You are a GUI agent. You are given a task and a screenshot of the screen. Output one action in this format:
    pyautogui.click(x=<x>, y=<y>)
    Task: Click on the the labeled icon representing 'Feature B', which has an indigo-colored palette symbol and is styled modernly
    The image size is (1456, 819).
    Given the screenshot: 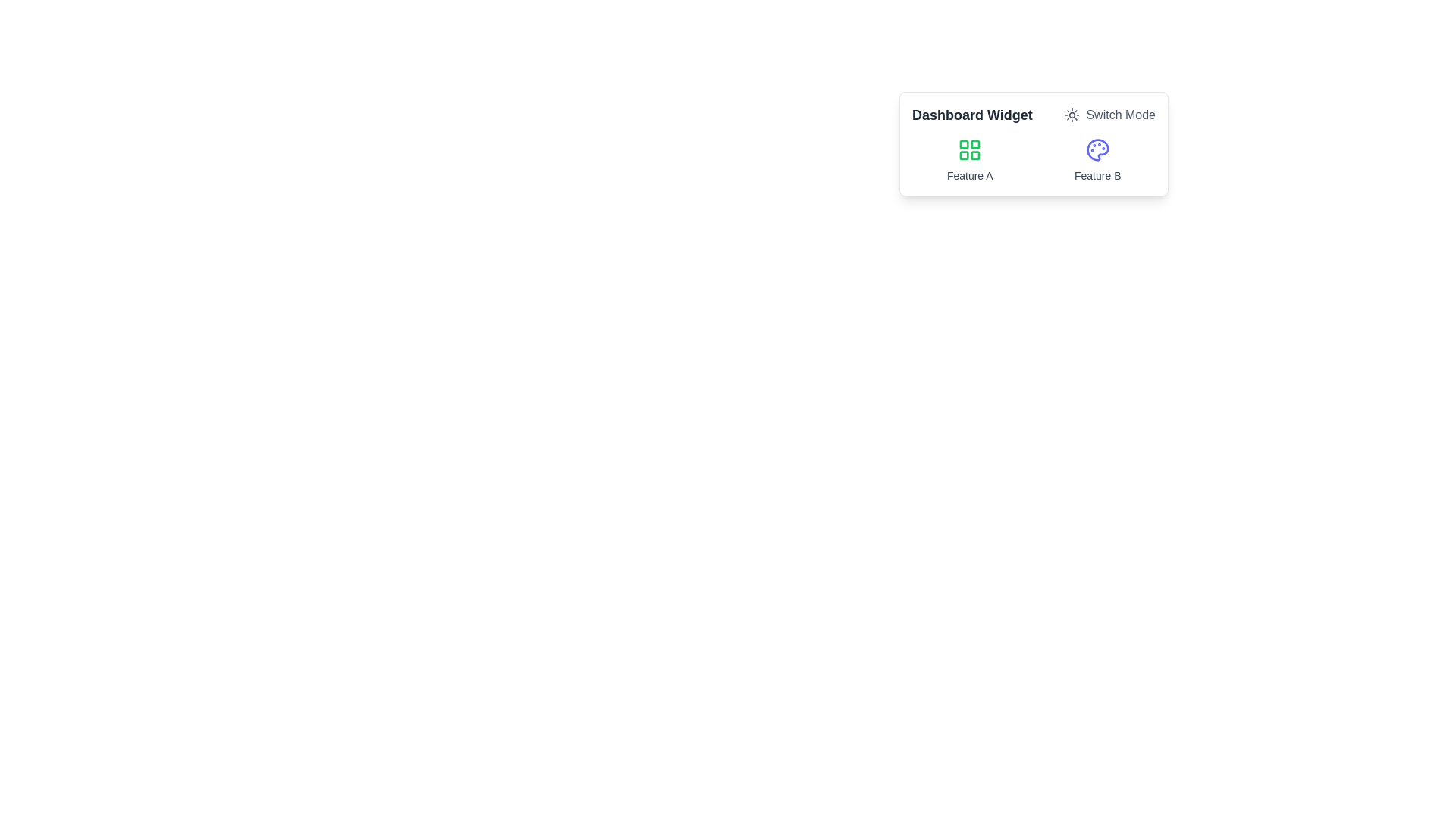 What is the action you would take?
    pyautogui.click(x=1097, y=161)
    